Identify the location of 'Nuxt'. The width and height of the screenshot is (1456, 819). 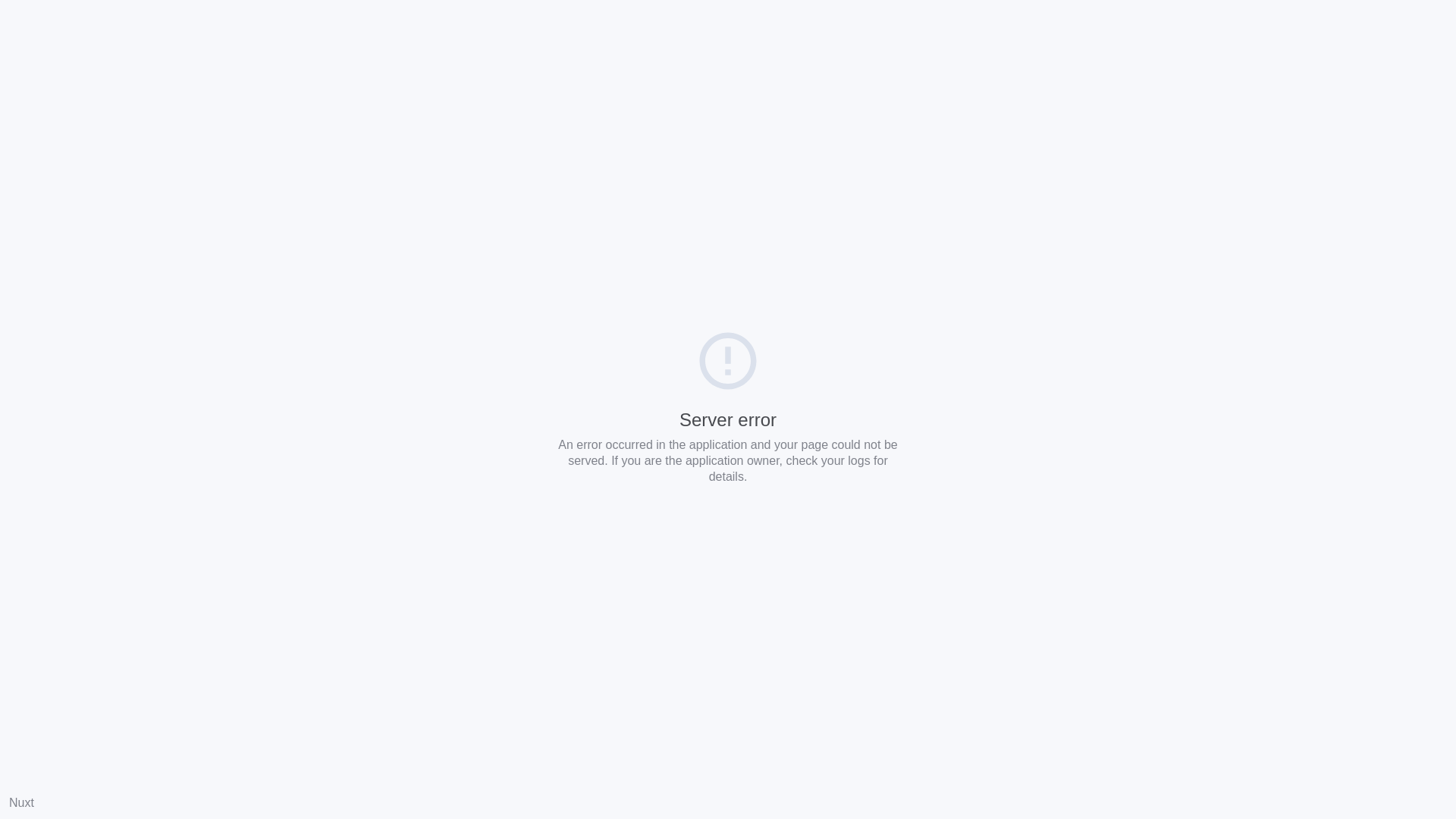
(9, 802).